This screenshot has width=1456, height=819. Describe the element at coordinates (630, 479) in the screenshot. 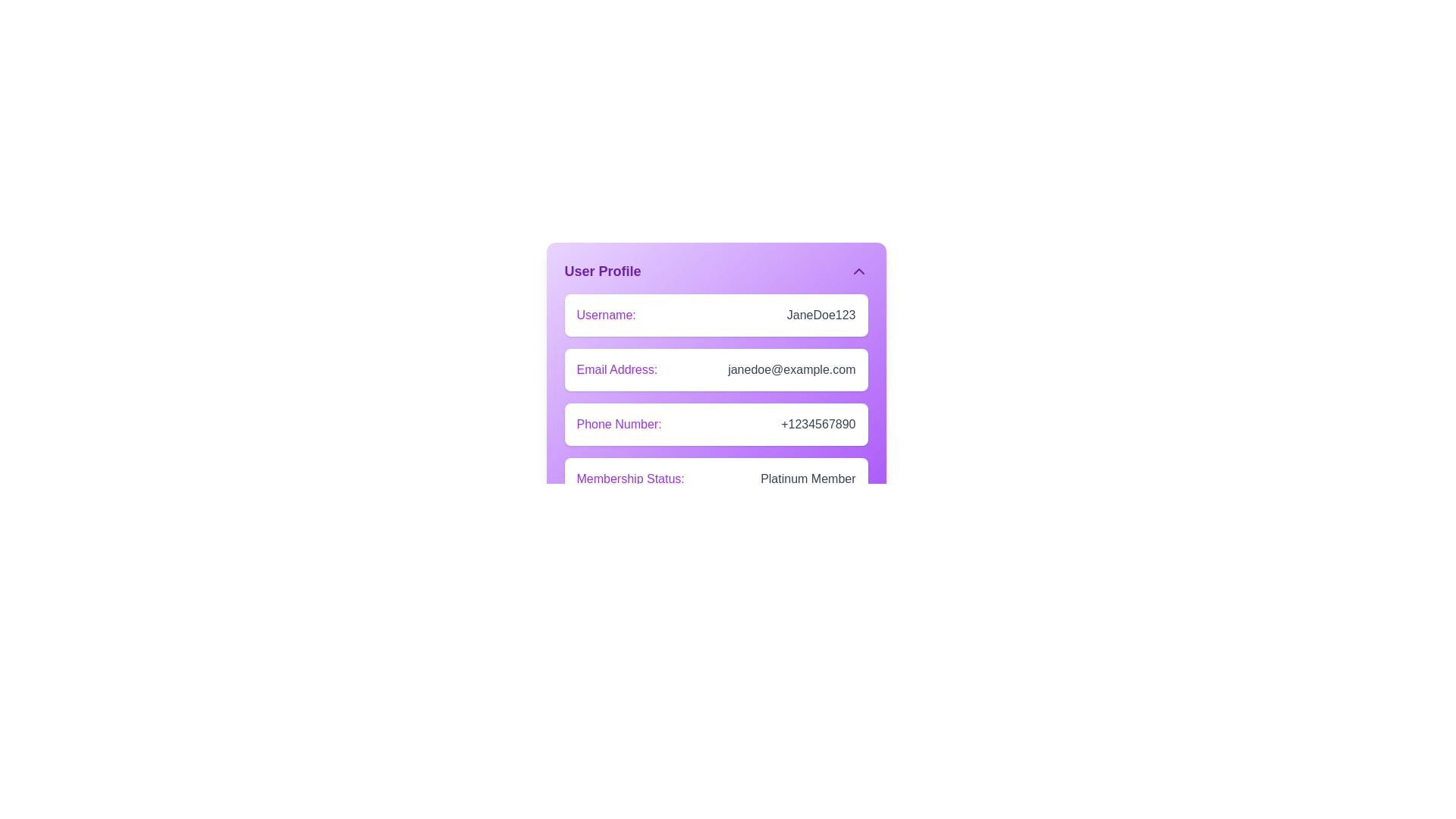

I see `the descriptive text label for the membership status located on the left side of the row adjacent to 'Platinum Member'` at that location.